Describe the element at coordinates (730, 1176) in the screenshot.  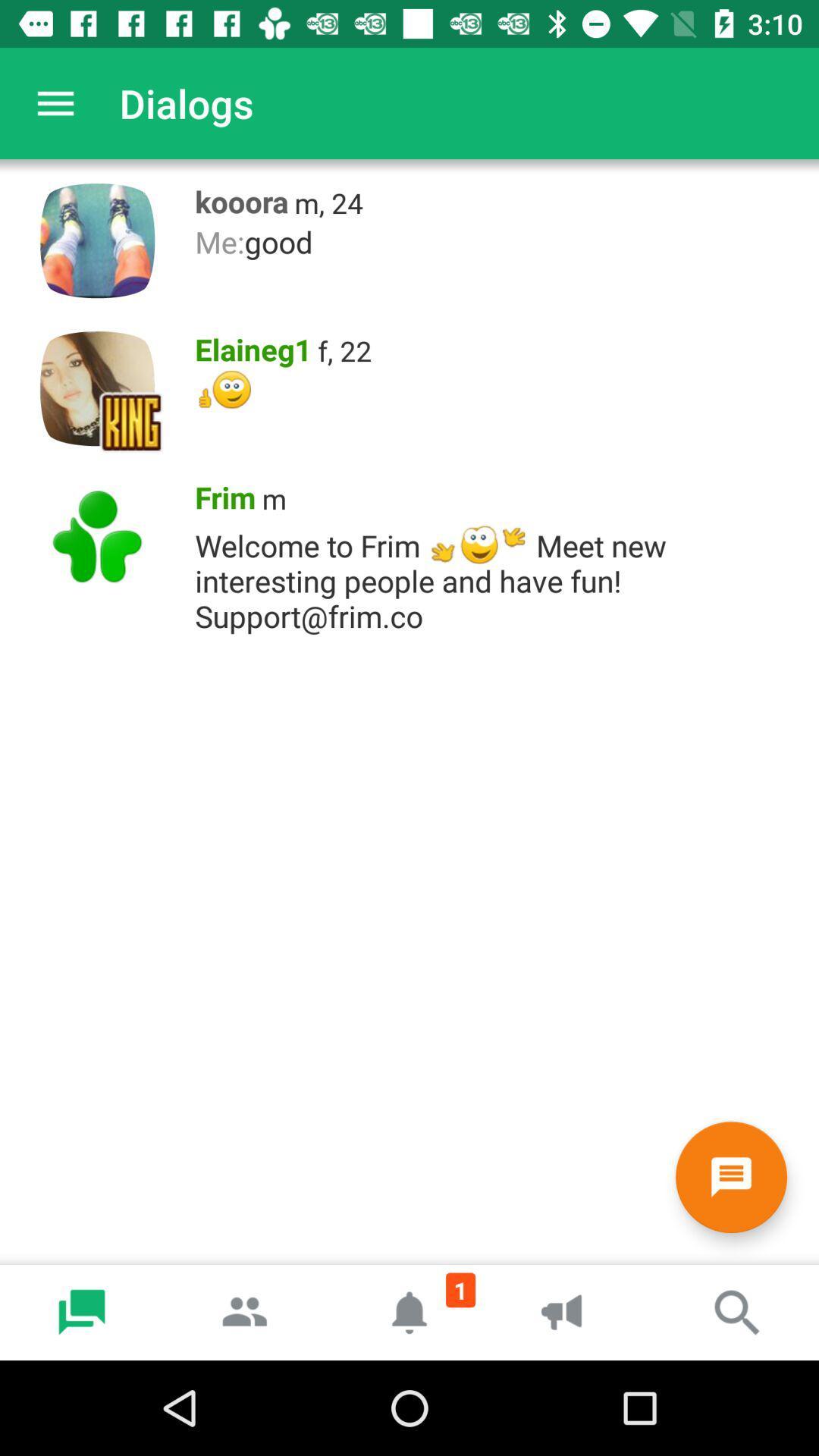
I see `starting new dialogs` at that location.